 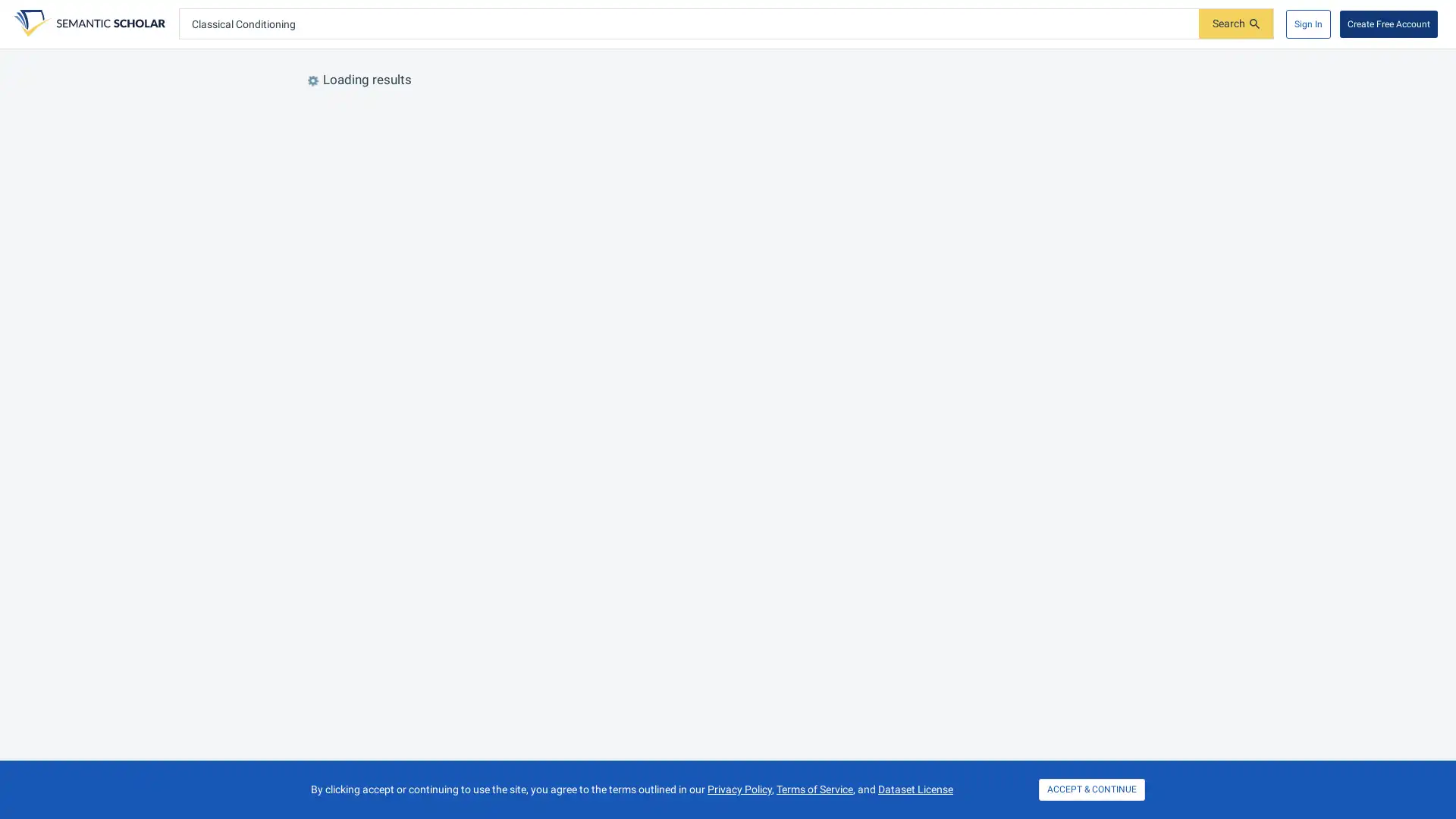 I want to click on Cite this paper, so click(x=497, y=674).